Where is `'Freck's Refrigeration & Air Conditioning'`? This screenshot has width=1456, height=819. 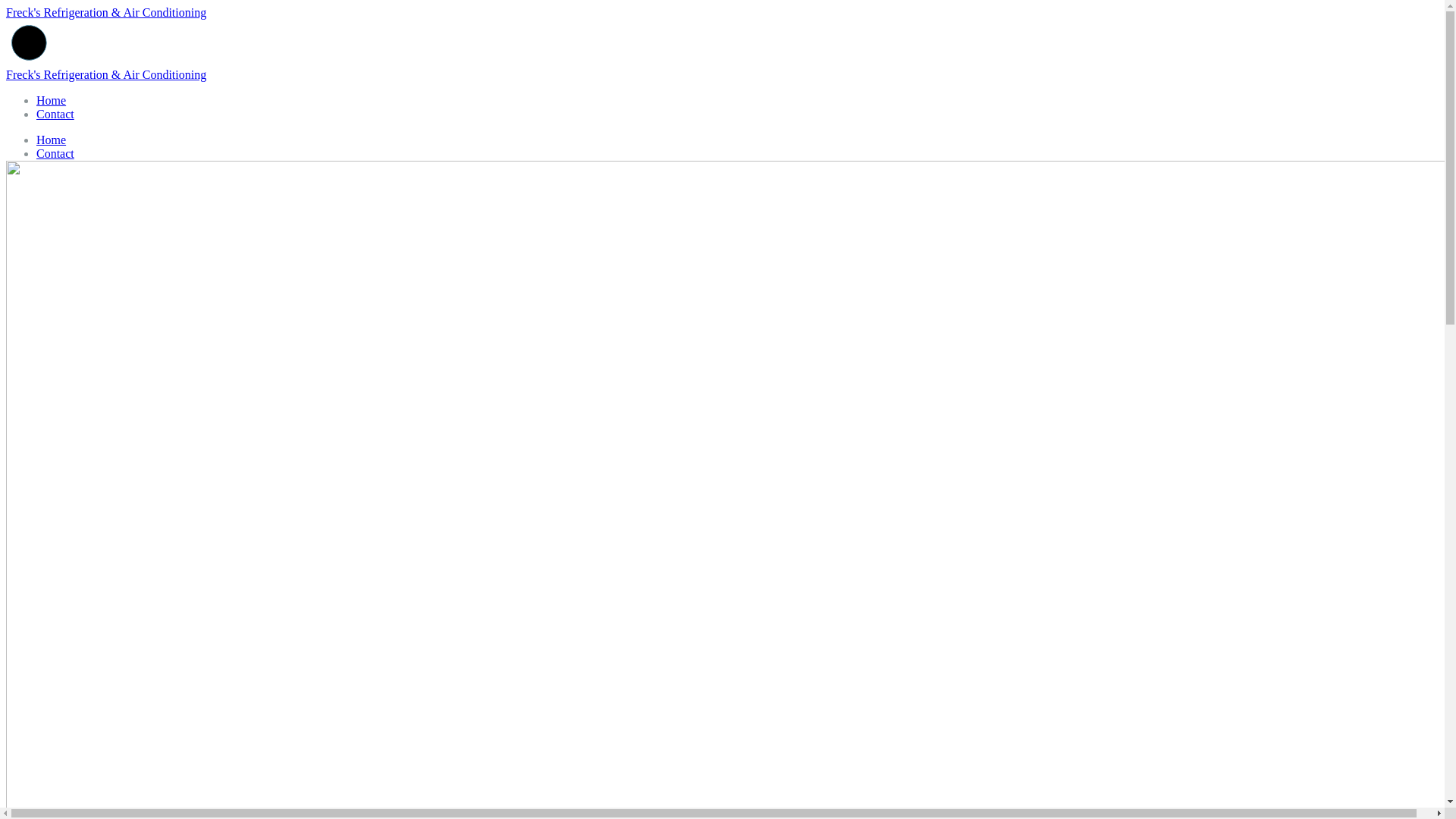
'Freck's Refrigeration & Air Conditioning' is located at coordinates (105, 74).